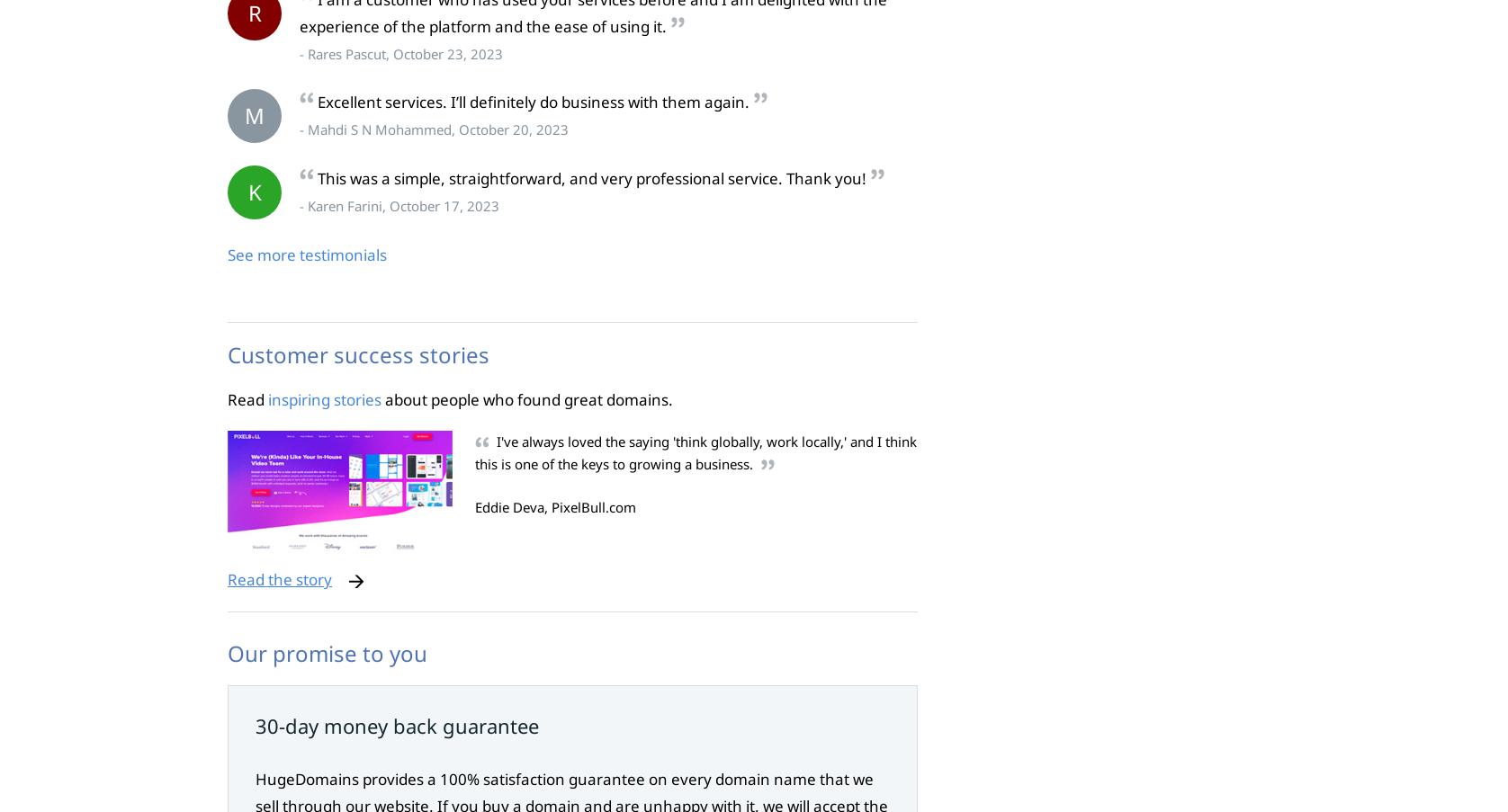 This screenshot has width=1508, height=812. What do you see at coordinates (695, 452) in the screenshot?
I see `'I've always loved the saying 'think globally, work locally,' and I think this is one of the keys to growing a business.'` at bounding box center [695, 452].